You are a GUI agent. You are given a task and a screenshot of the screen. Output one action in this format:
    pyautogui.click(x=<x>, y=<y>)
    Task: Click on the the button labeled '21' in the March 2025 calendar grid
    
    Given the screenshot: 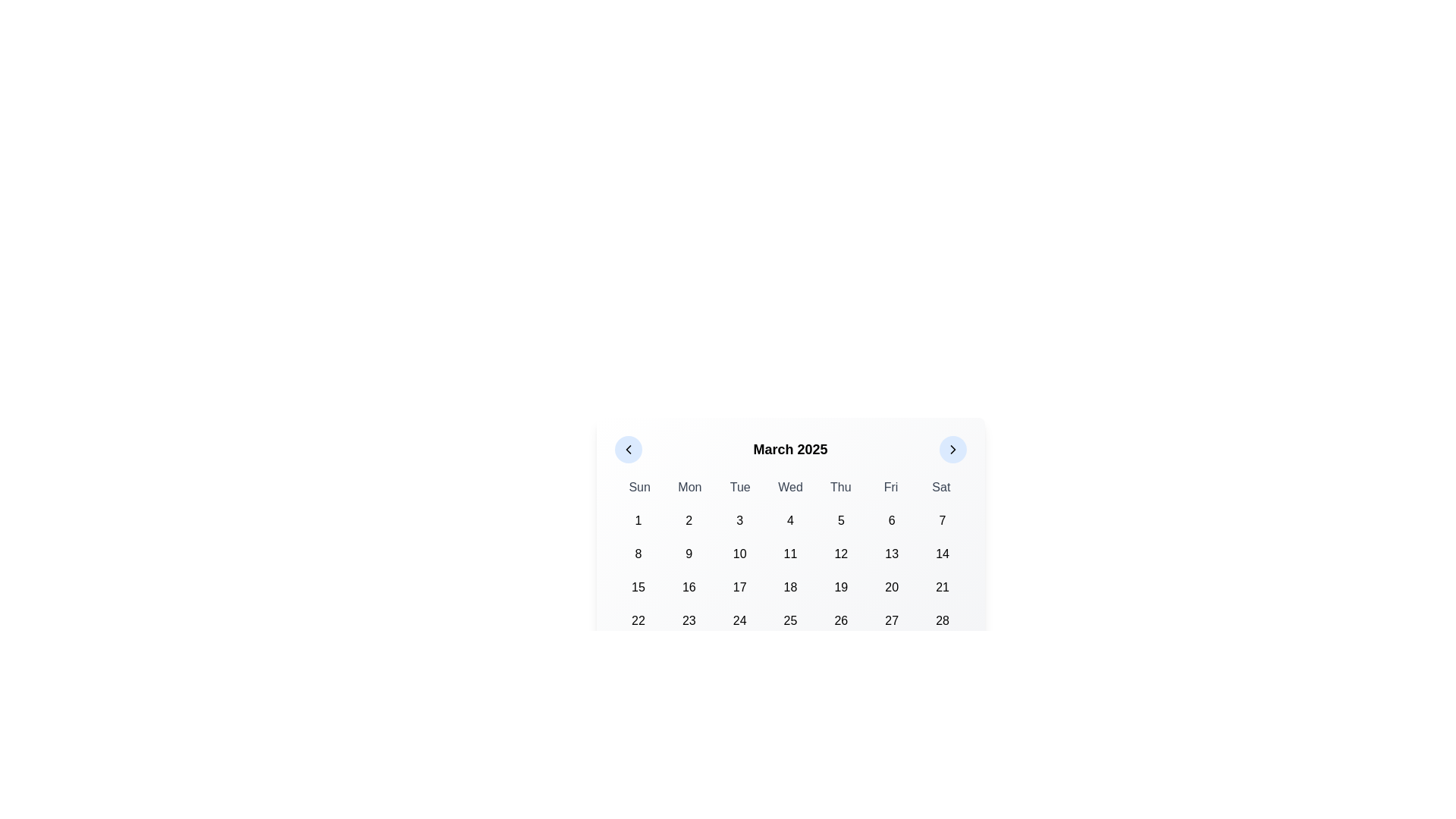 What is the action you would take?
    pyautogui.click(x=942, y=587)
    